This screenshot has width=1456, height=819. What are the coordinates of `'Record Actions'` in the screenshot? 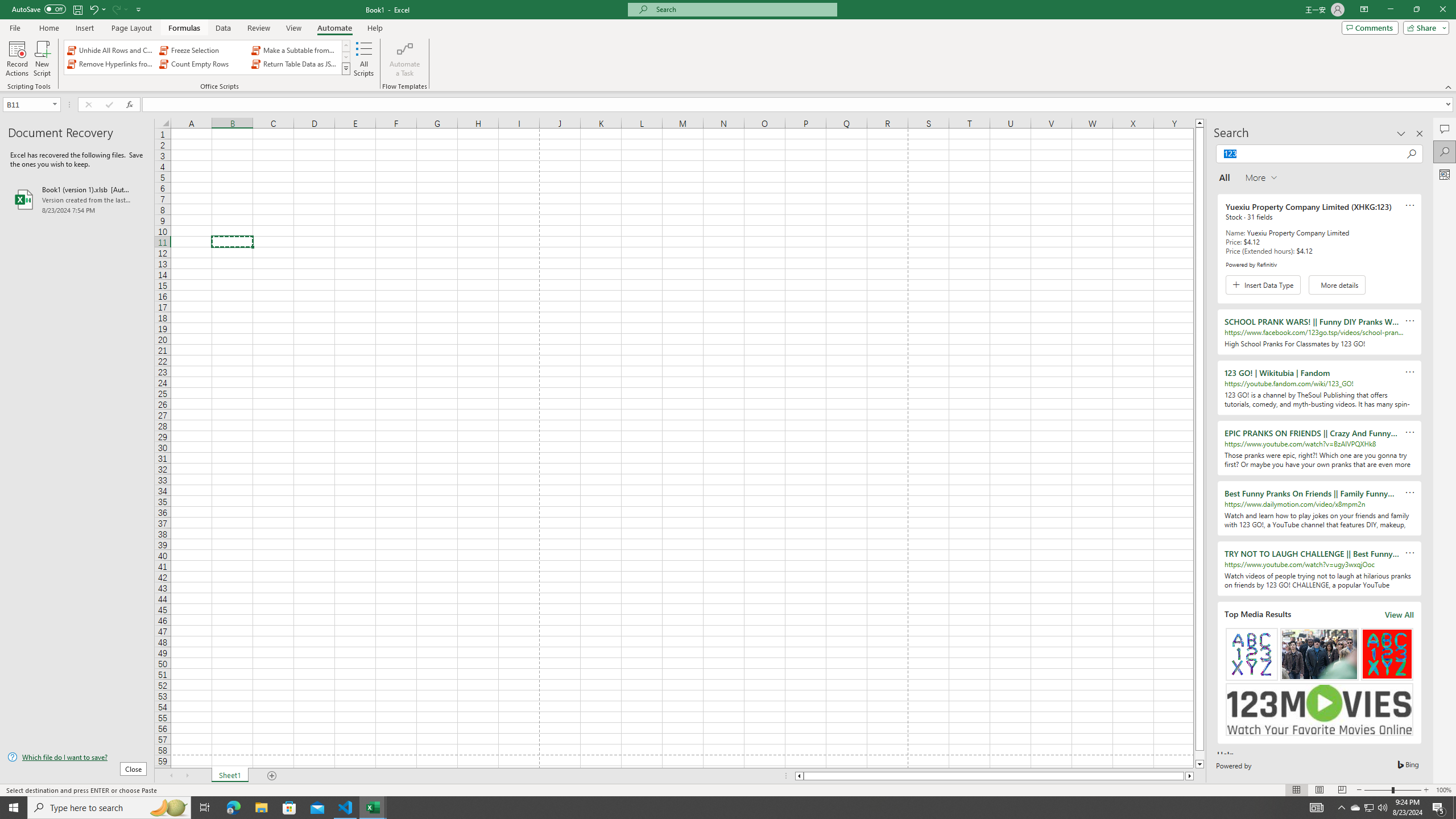 It's located at (16, 59).